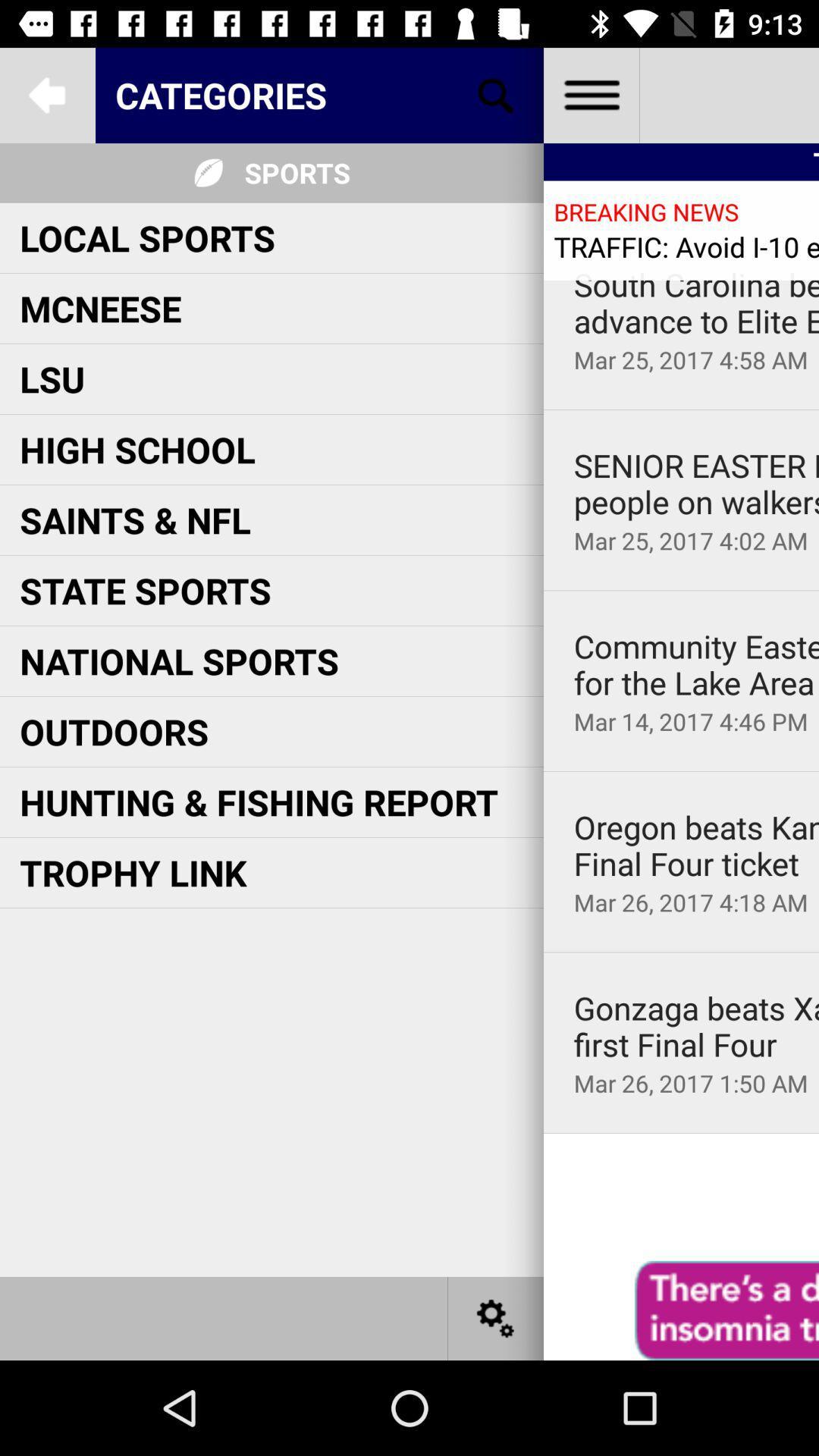 This screenshot has height=1456, width=819. What do you see at coordinates (496, 94) in the screenshot?
I see `the search icon` at bounding box center [496, 94].